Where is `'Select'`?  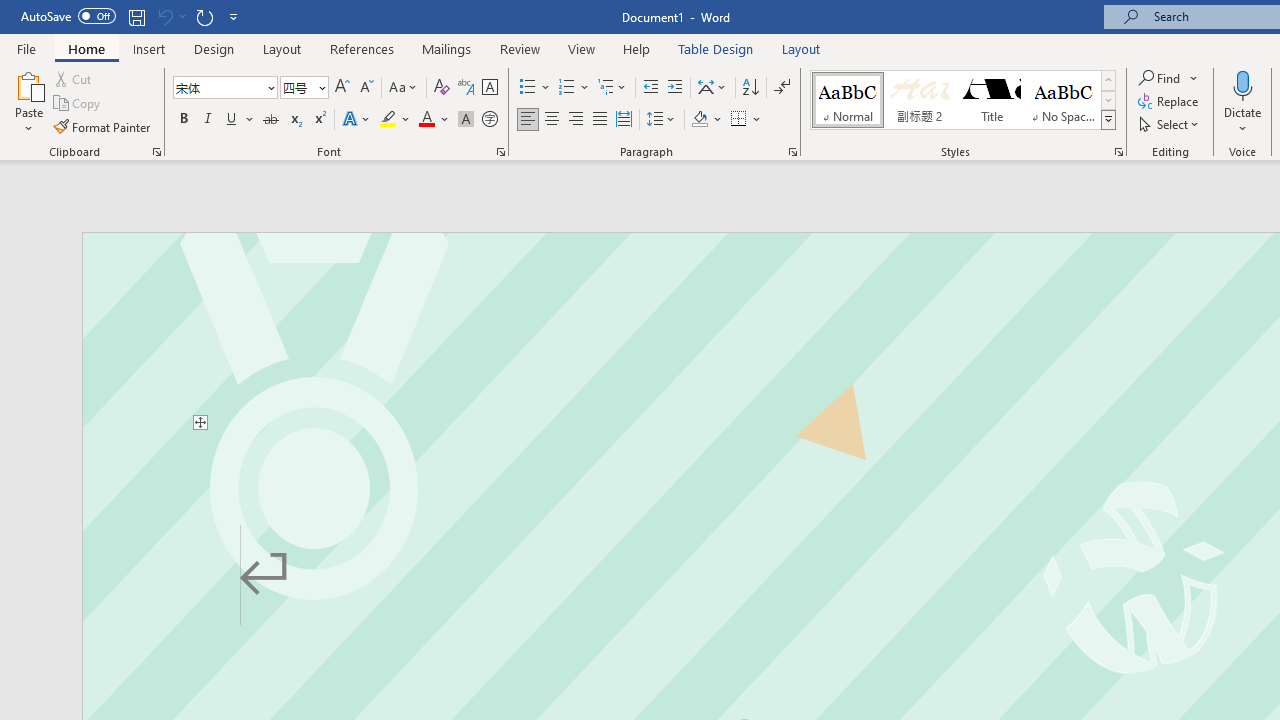 'Select' is located at coordinates (1170, 124).